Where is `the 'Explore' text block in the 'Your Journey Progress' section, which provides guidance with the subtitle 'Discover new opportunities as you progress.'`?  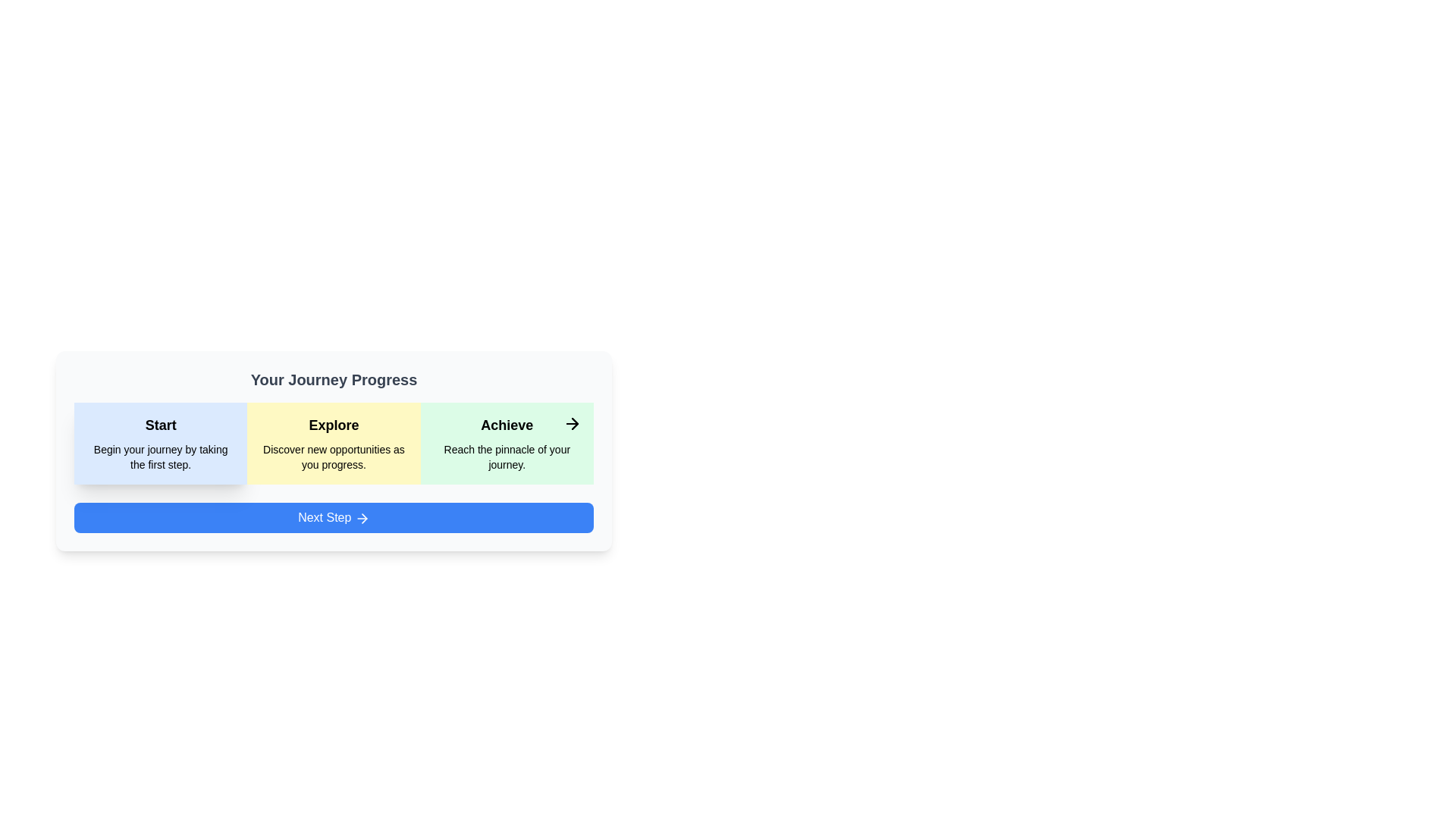
the 'Explore' text block in the 'Your Journey Progress' section, which provides guidance with the subtitle 'Discover new opportunities as you progress.' is located at coordinates (333, 444).